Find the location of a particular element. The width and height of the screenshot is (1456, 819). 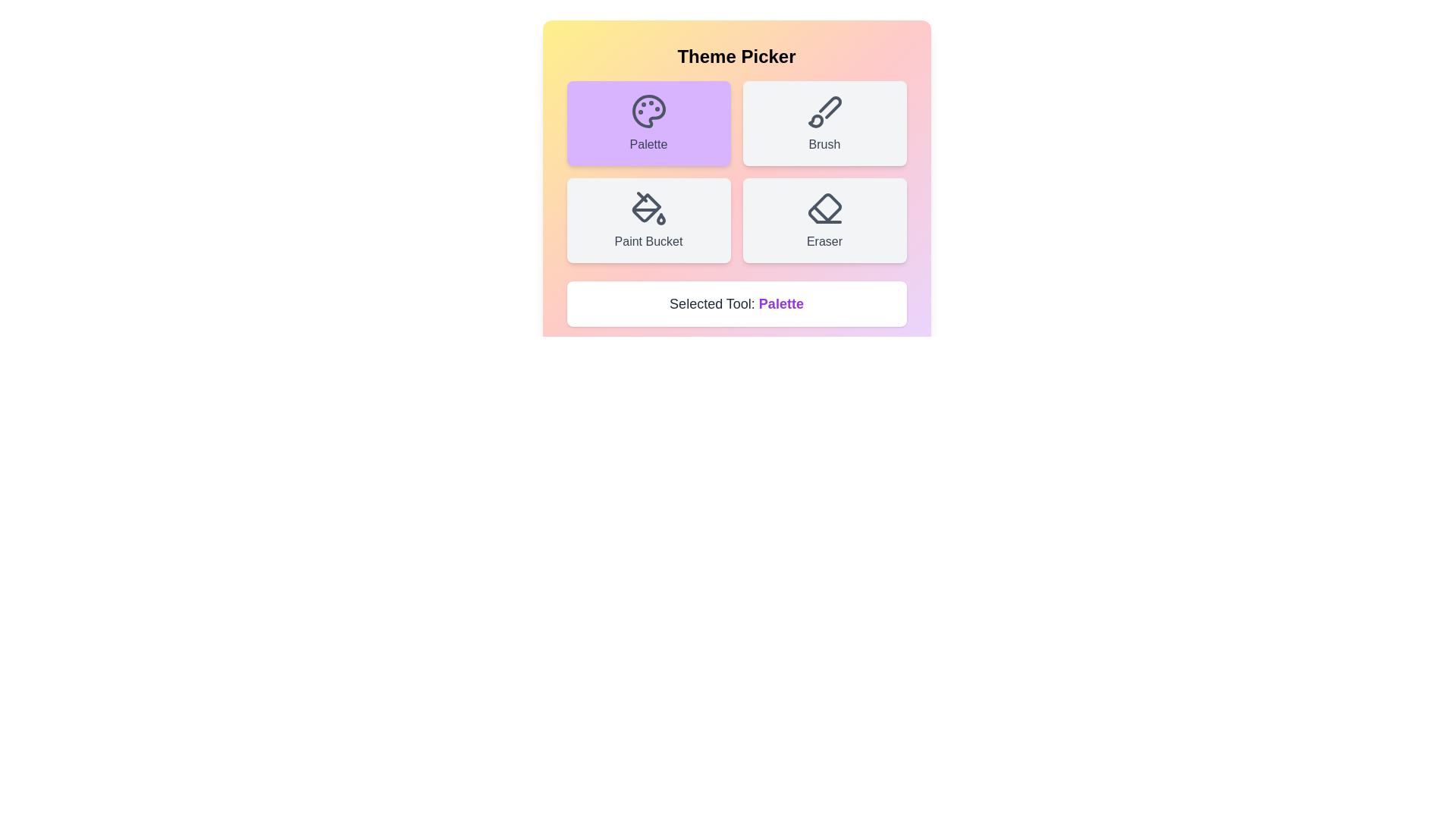

the tool button labeled Brush to observe visual feedback is located at coordinates (824, 122).